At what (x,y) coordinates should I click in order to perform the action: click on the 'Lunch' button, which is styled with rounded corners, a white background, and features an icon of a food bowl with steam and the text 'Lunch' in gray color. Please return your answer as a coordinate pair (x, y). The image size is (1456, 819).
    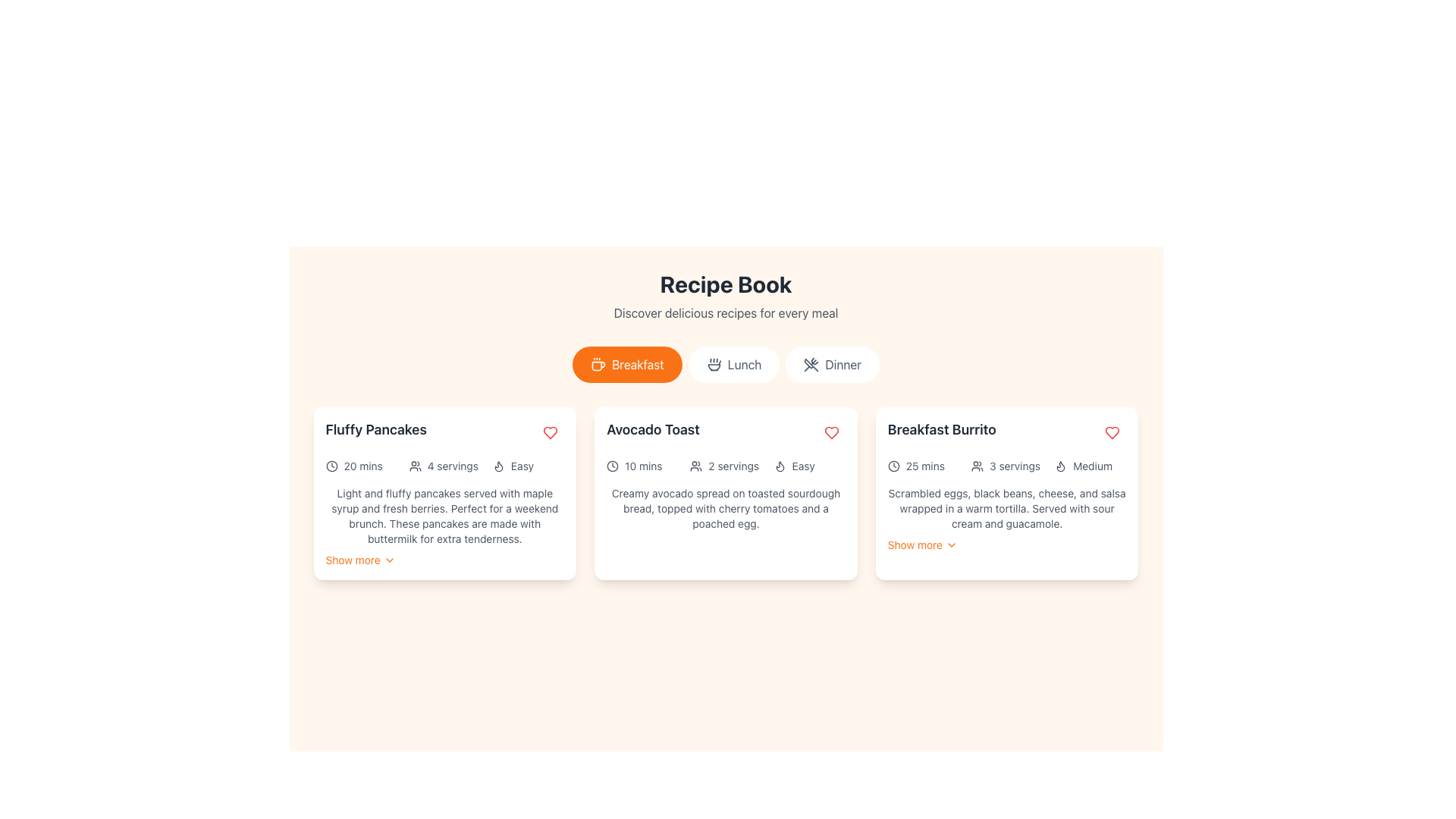
    Looking at the image, I should click on (734, 365).